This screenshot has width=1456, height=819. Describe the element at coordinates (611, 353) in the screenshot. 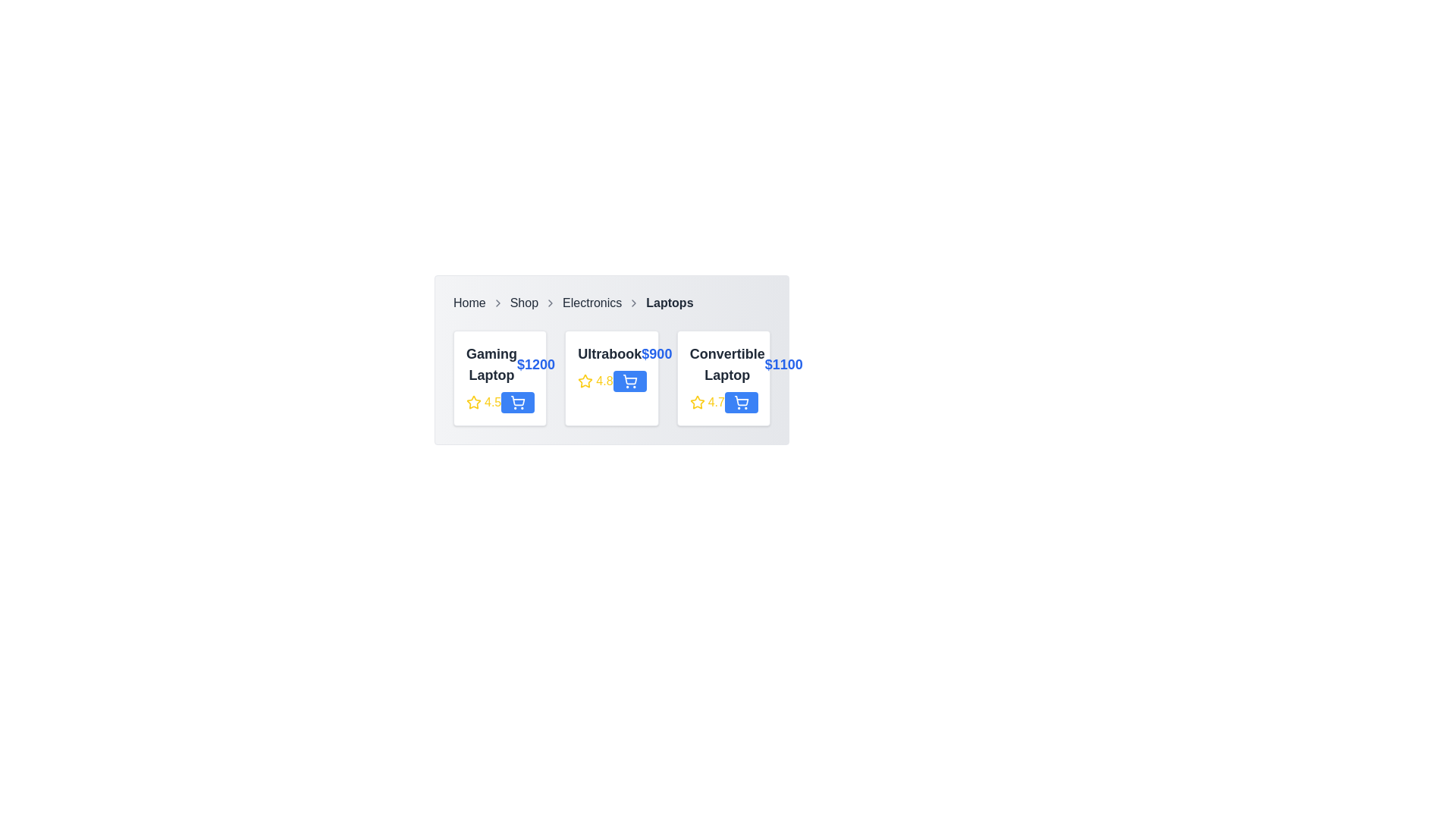

I see `text content of the label displaying 'Ultrabook' and its price '$900', located in the central card of a three-card row layout, specifically the second card from the left` at that location.